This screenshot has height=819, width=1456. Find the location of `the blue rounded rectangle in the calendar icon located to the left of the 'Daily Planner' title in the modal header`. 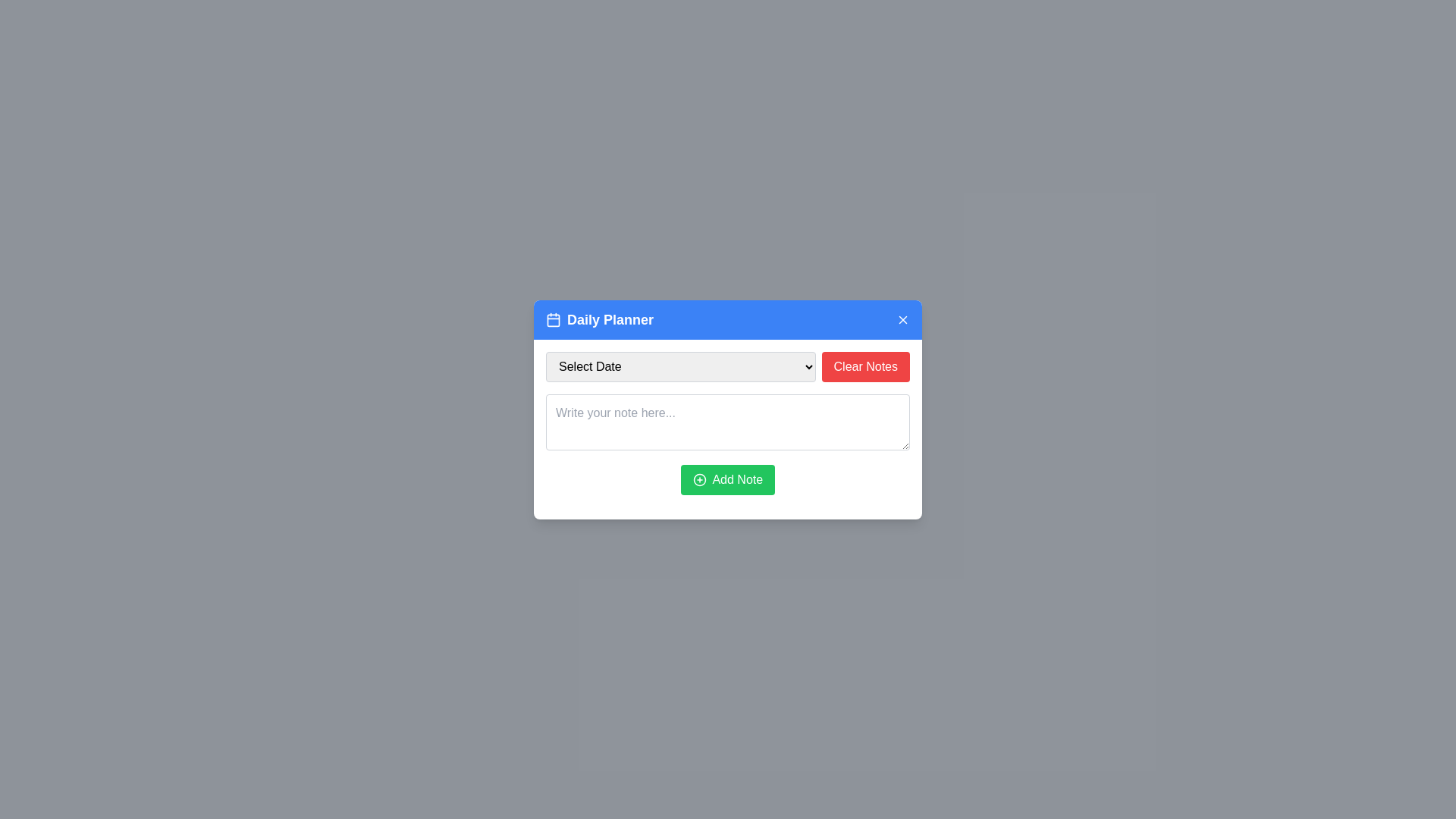

the blue rounded rectangle in the calendar icon located to the left of the 'Daily Planner' title in the modal header is located at coordinates (552, 318).